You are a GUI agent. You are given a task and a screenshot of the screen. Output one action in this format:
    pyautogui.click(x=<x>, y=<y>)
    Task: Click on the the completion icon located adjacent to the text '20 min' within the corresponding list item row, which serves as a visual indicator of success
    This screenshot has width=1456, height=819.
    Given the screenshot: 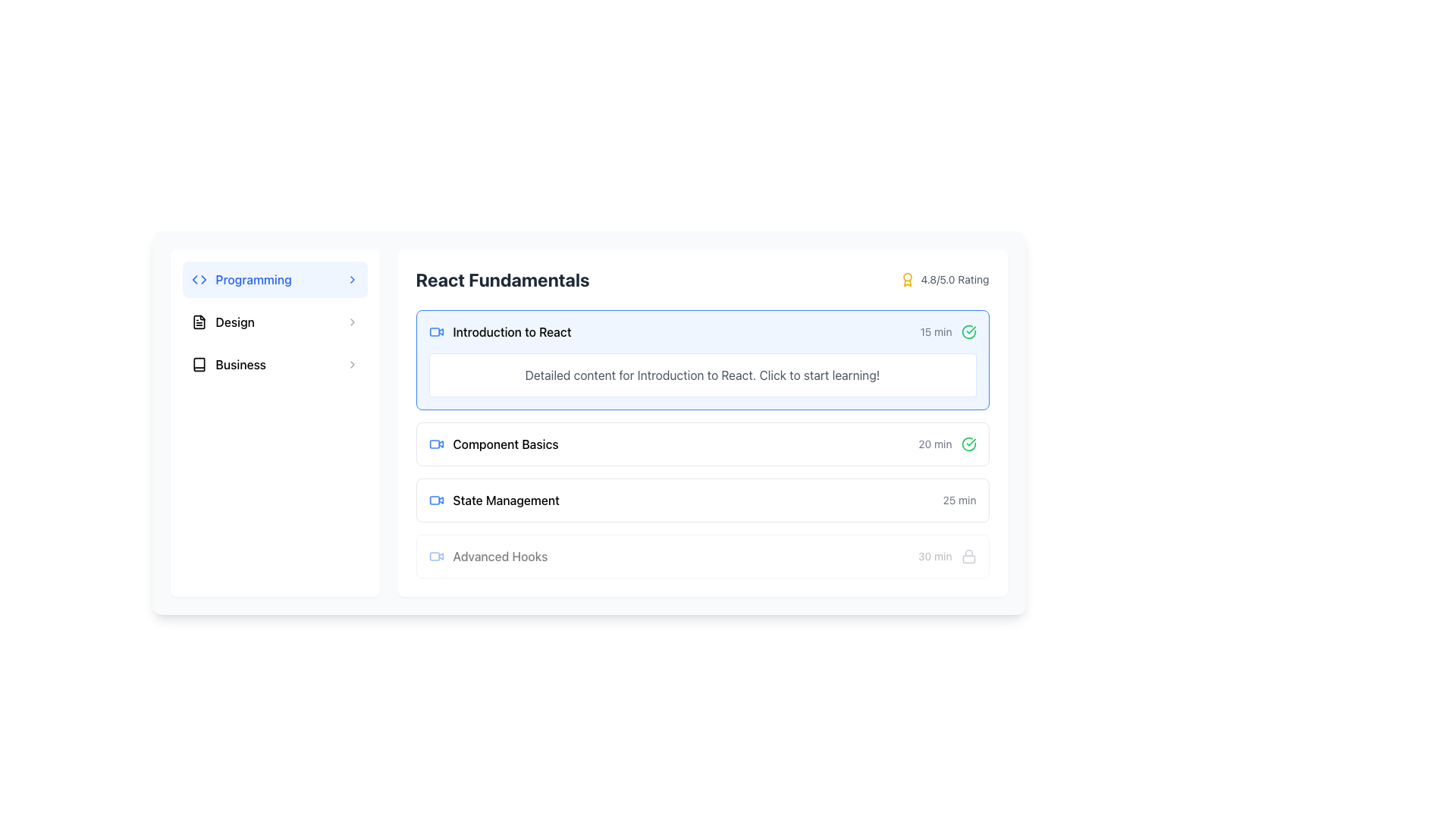 What is the action you would take?
    pyautogui.click(x=968, y=444)
    